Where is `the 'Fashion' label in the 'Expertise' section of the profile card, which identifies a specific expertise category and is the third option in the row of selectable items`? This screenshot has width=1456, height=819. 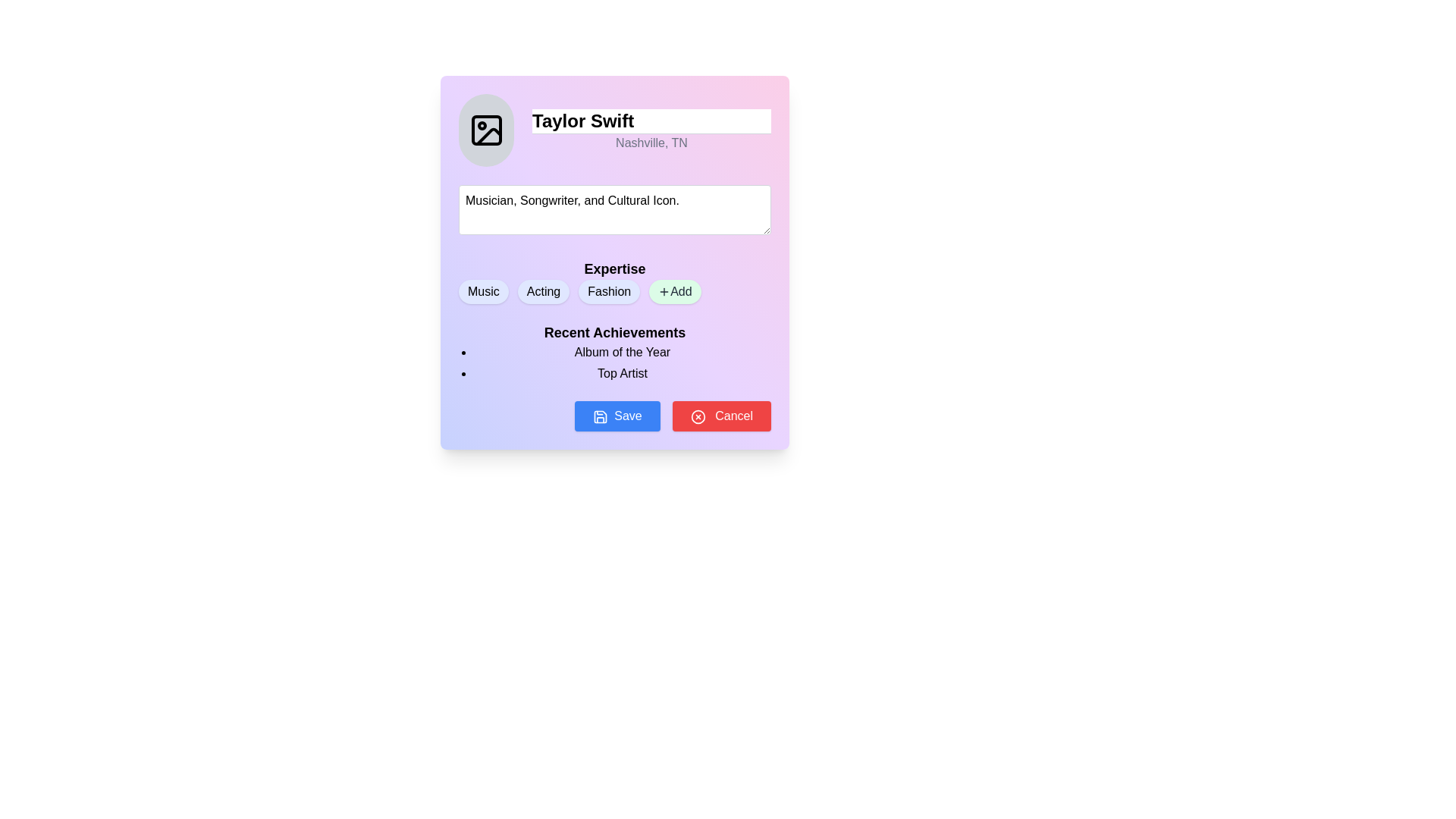 the 'Fashion' label in the 'Expertise' section of the profile card, which identifies a specific expertise category and is the third option in the row of selectable items is located at coordinates (615, 281).